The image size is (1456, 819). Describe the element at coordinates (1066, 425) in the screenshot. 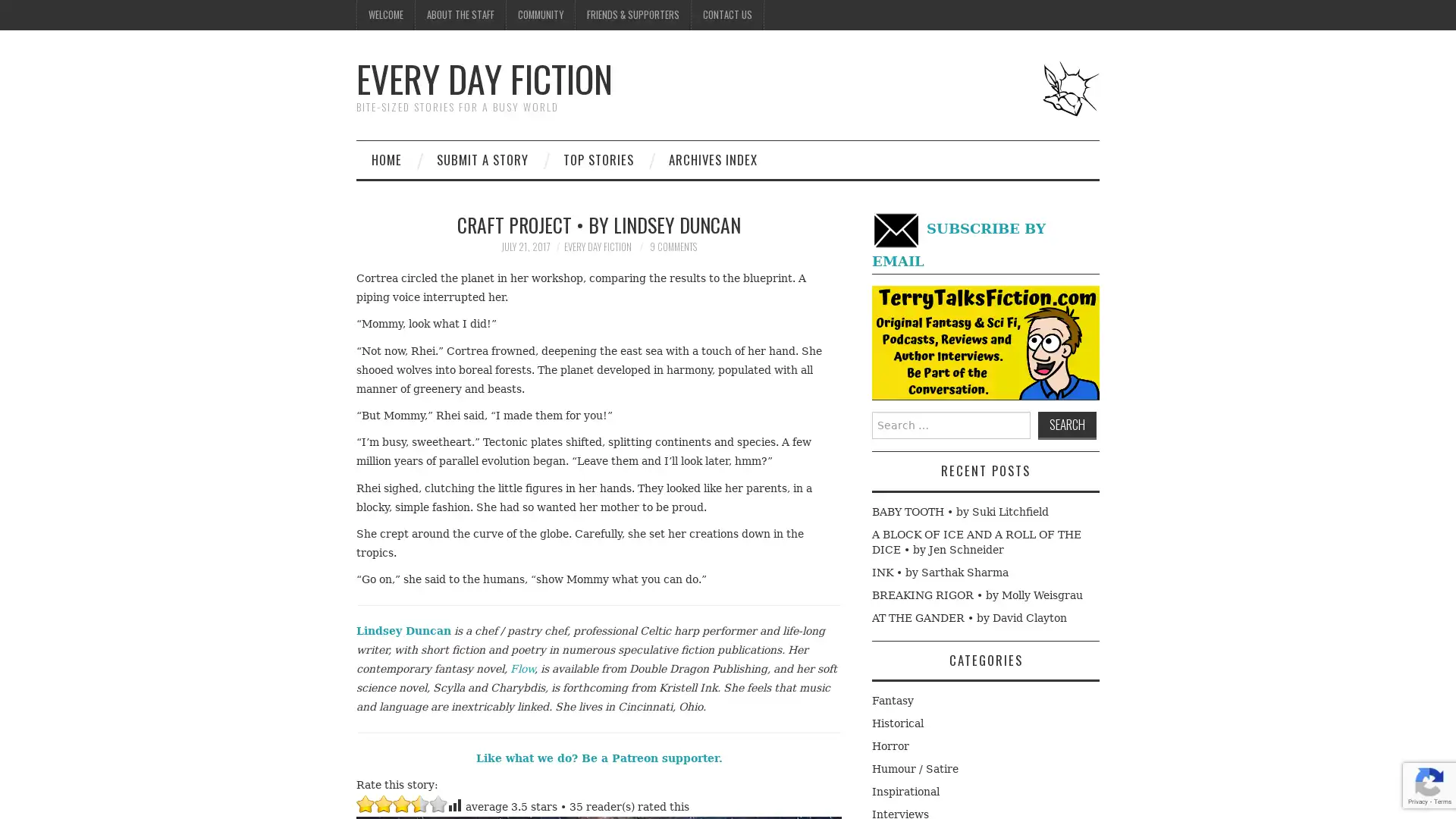

I see `Search` at that location.